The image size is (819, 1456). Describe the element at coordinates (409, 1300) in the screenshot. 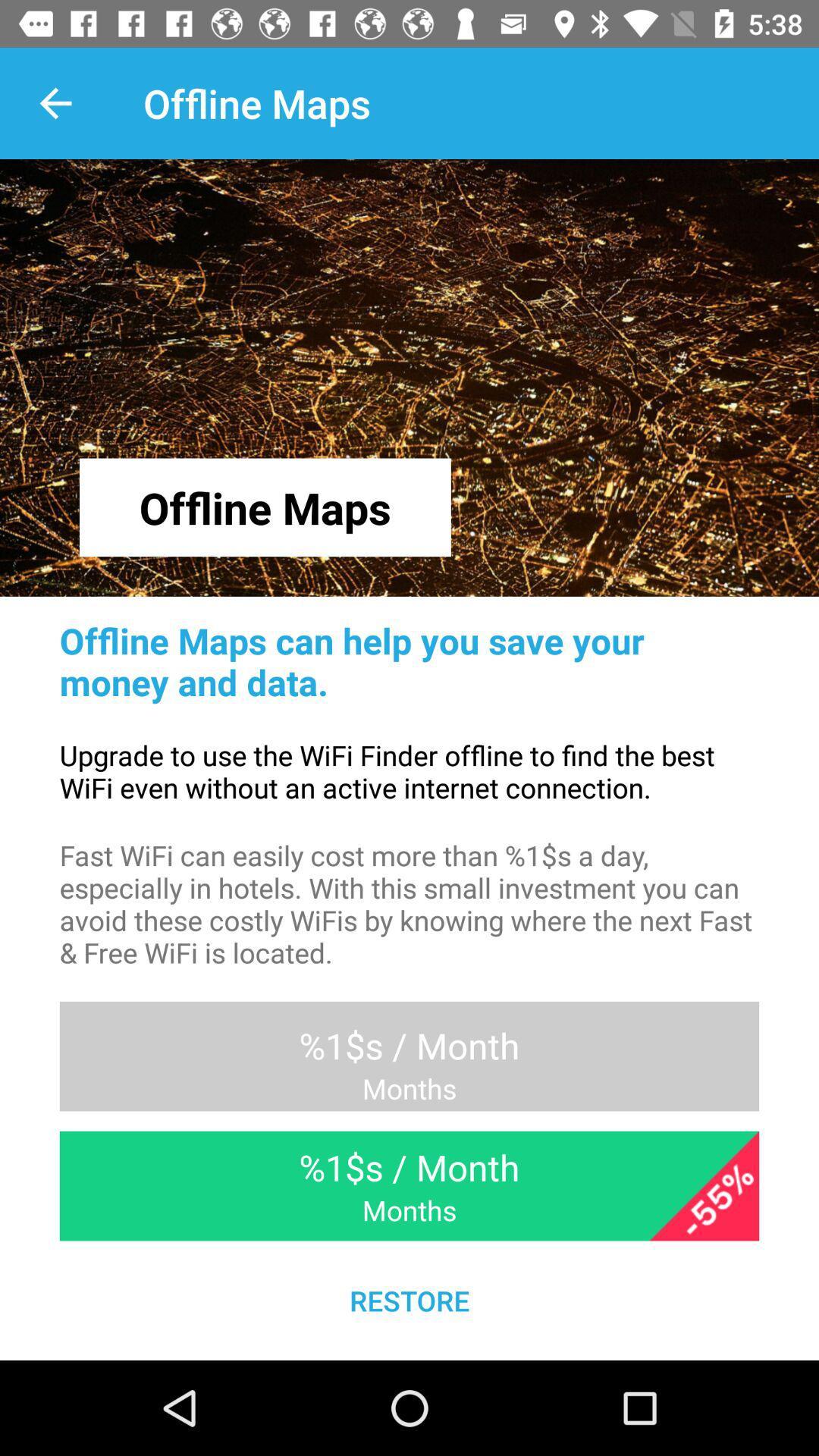

I see `the restore item` at that location.